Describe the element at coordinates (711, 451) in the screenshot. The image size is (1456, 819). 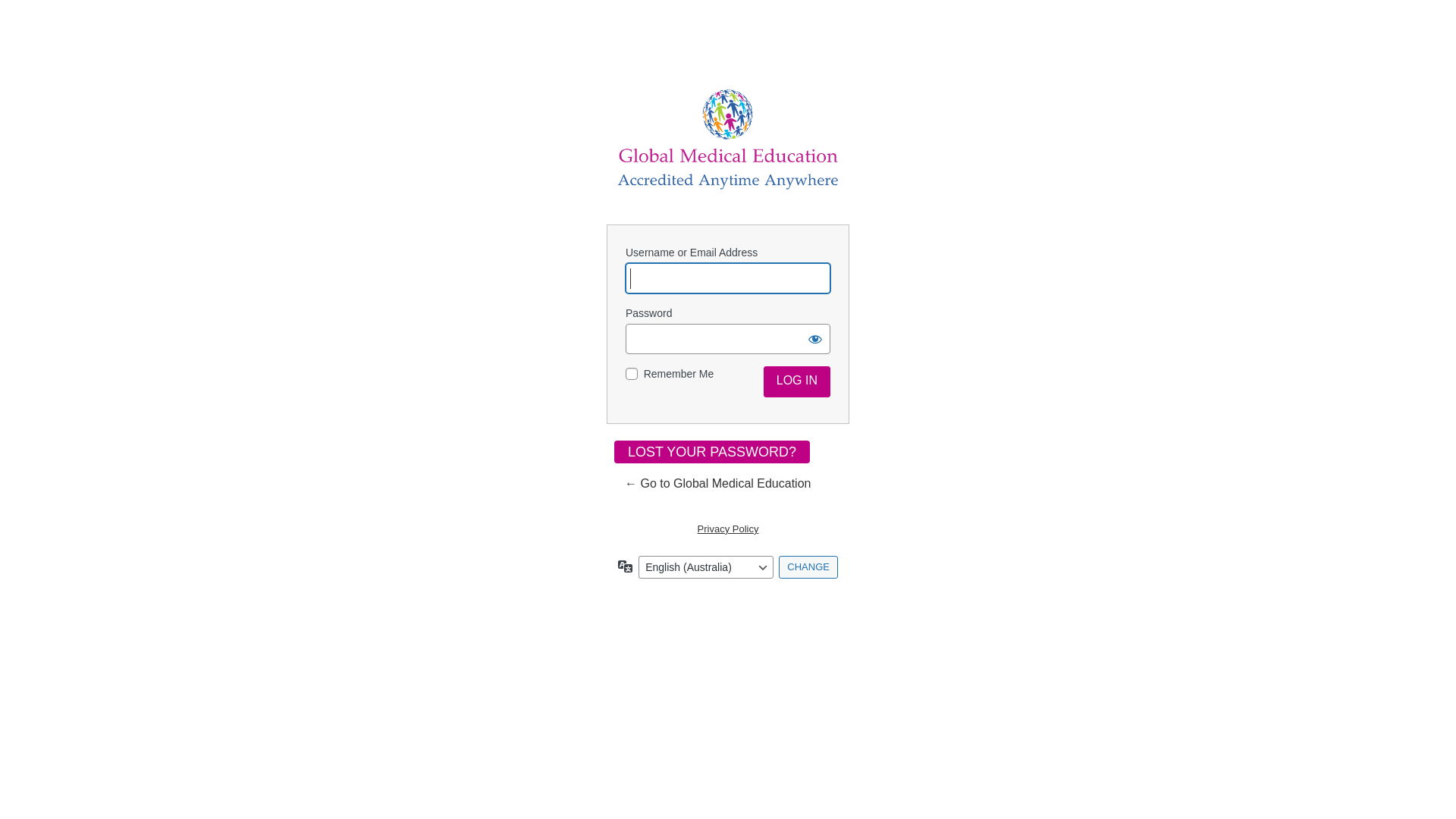
I see `'LOST YOUR PASSWORD?'` at that location.